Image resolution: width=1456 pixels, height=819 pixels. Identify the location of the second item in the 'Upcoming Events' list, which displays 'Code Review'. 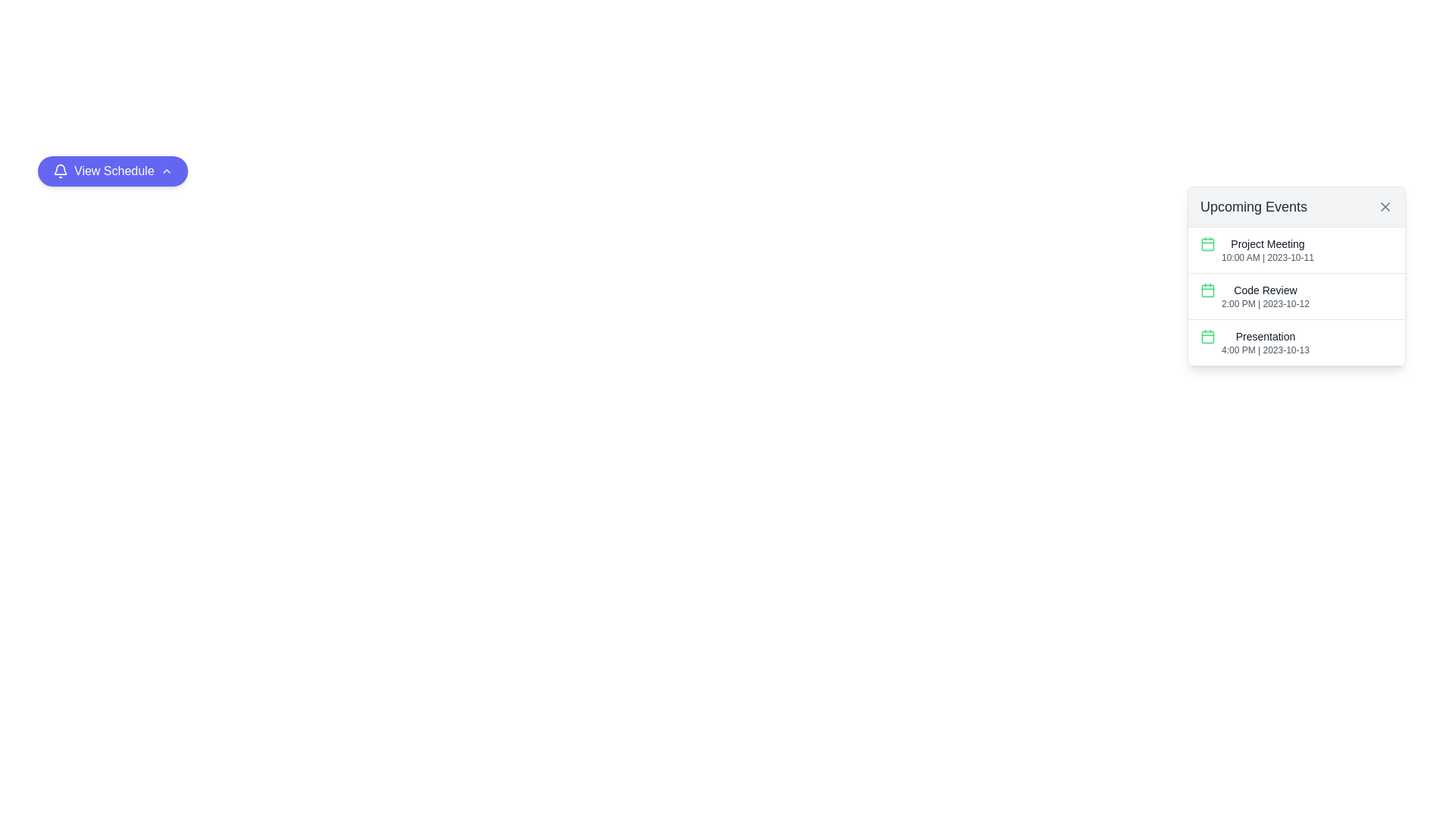
(1295, 296).